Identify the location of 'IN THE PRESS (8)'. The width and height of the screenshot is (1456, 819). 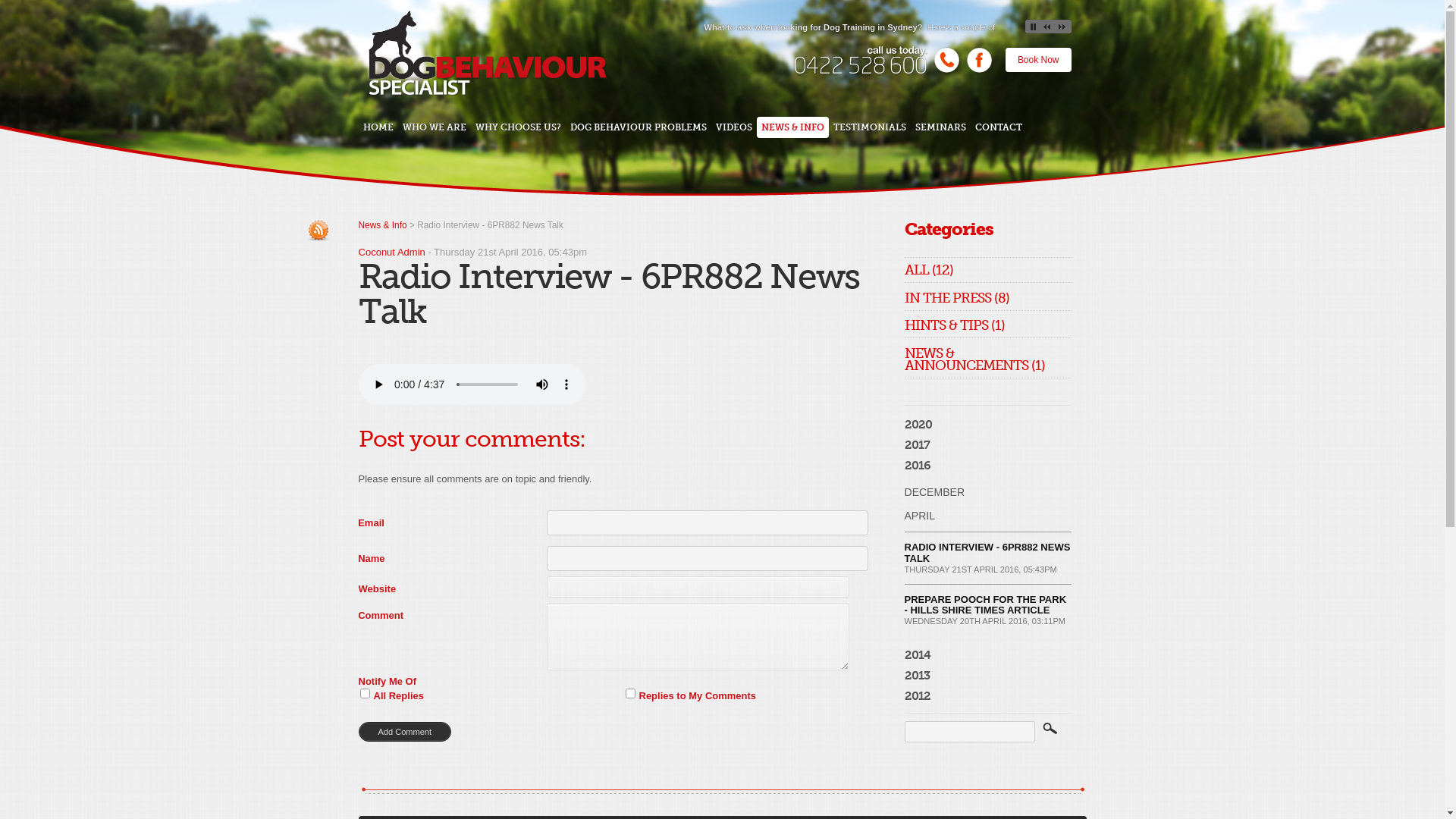
(955, 301).